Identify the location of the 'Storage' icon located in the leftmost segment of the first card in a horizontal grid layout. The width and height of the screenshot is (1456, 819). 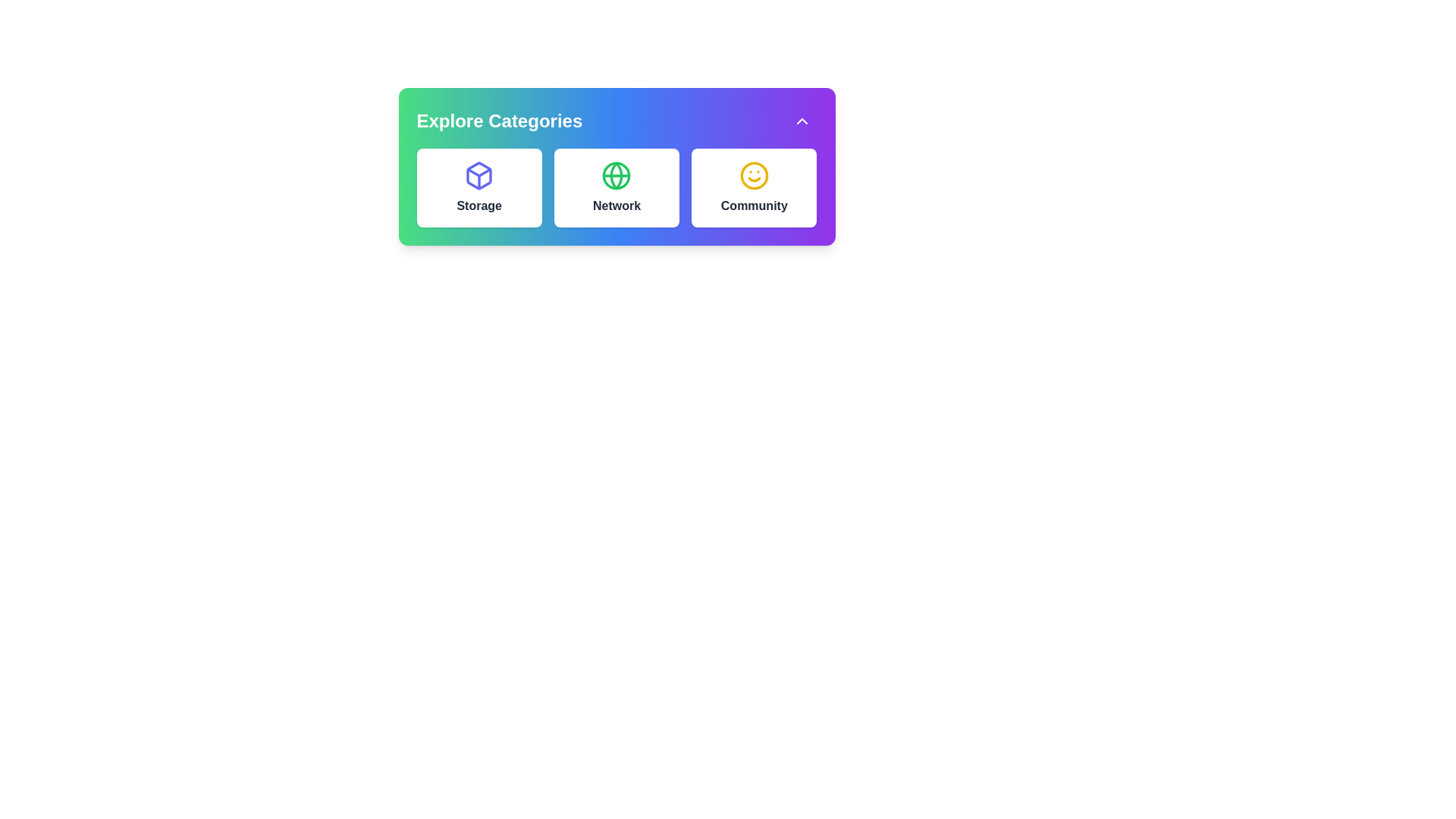
(479, 174).